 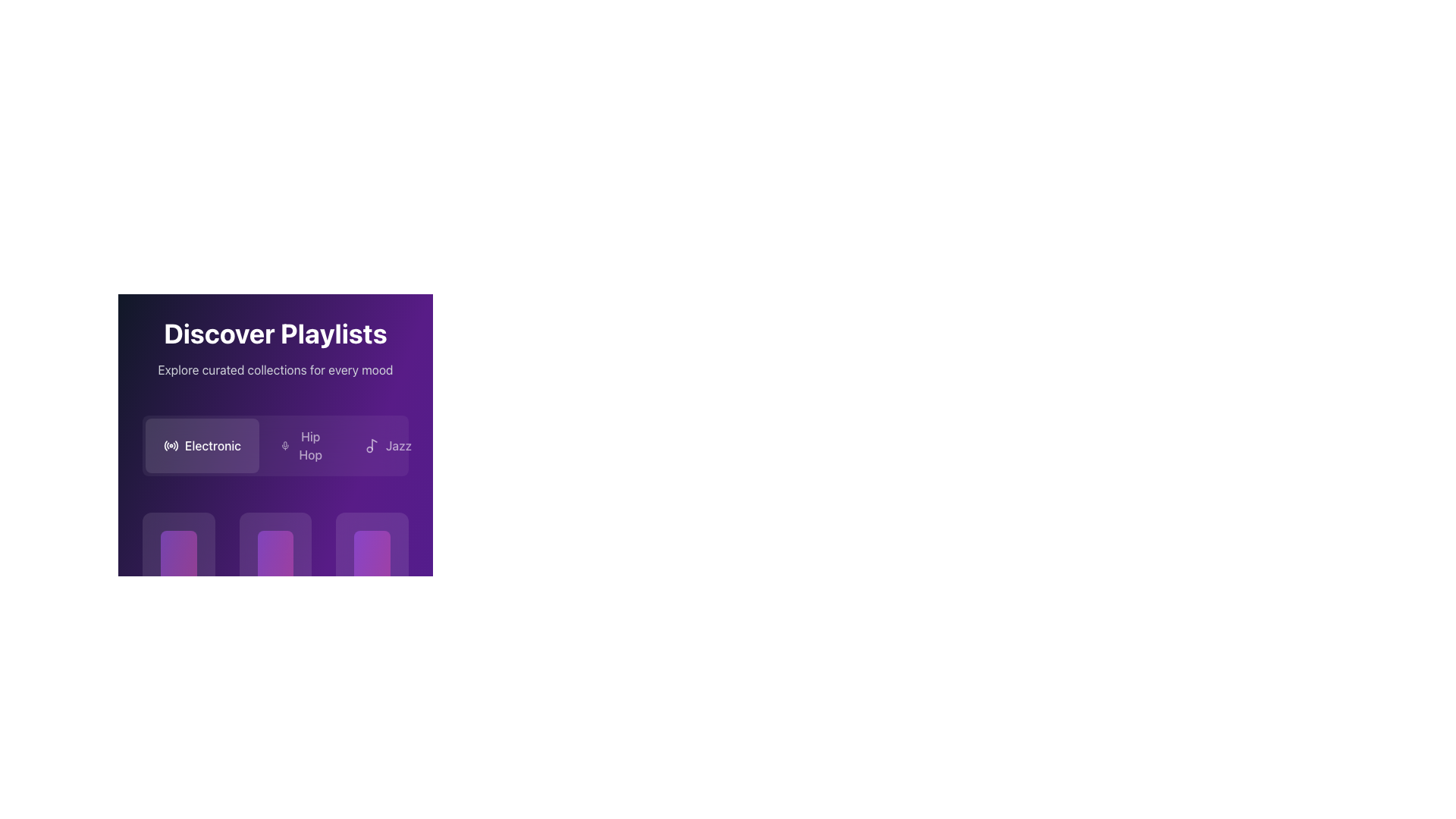 What do you see at coordinates (177, 444) in the screenshot?
I see `the outermost arc of the radio icon located at the bottom-center section of the purple-themed interface, which is the fifth element in the SVG graphic` at bounding box center [177, 444].